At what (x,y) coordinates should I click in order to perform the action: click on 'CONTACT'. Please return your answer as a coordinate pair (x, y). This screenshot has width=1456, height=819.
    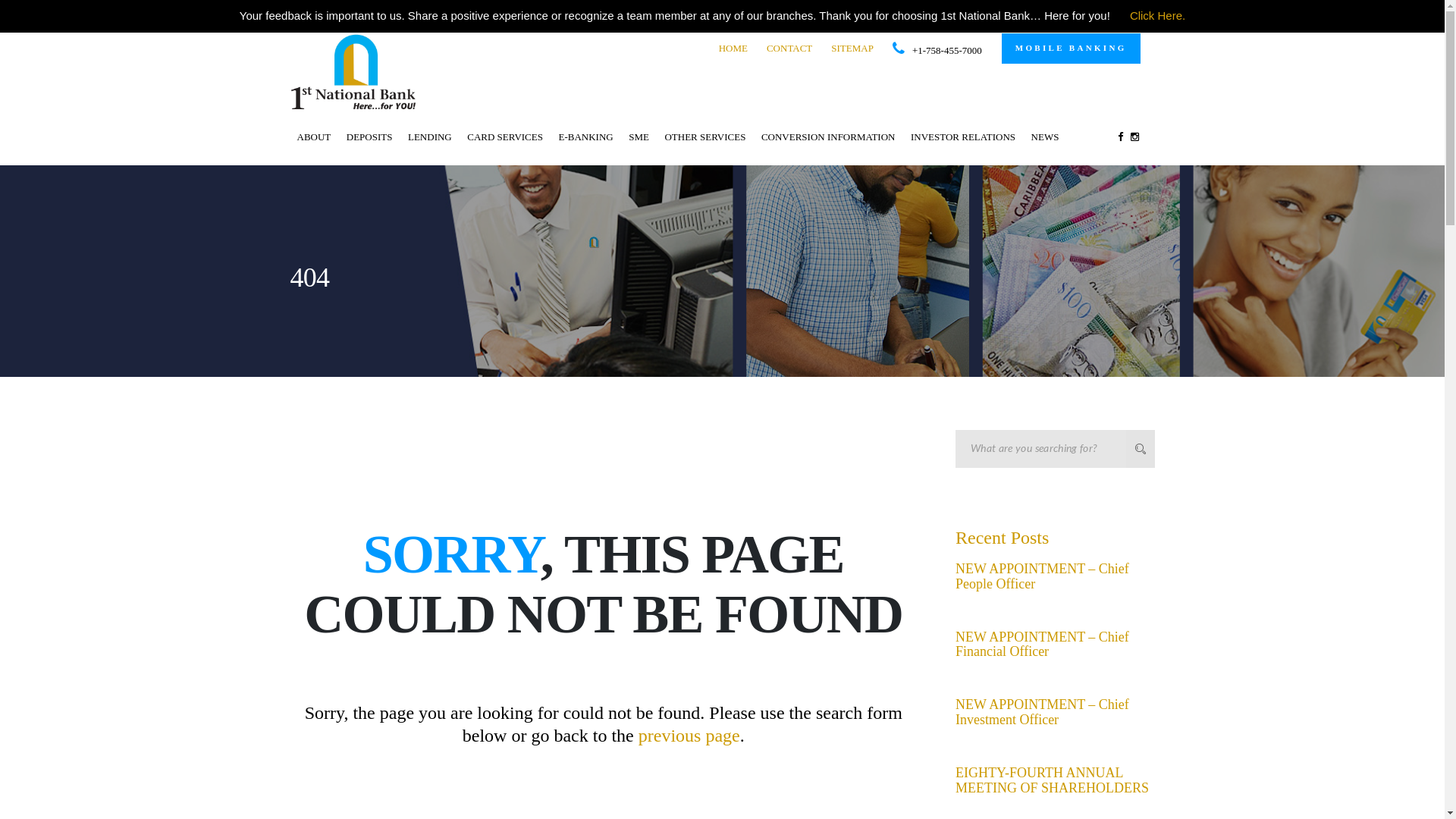
    Looking at the image, I should click on (789, 47).